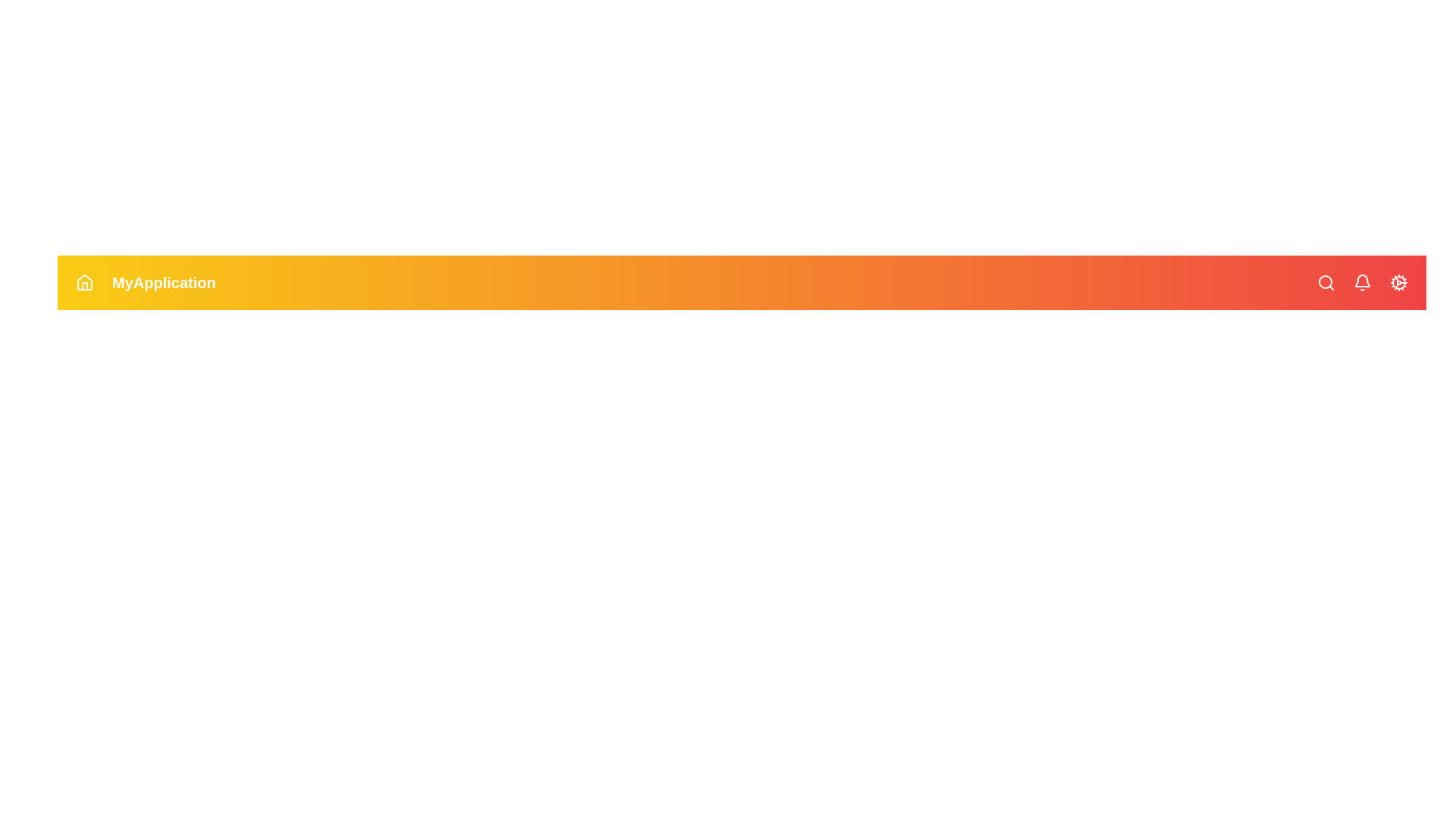  What do you see at coordinates (83, 283) in the screenshot?
I see `the Interactive Button located at the left-most end of the navigation bar to change its background color` at bounding box center [83, 283].